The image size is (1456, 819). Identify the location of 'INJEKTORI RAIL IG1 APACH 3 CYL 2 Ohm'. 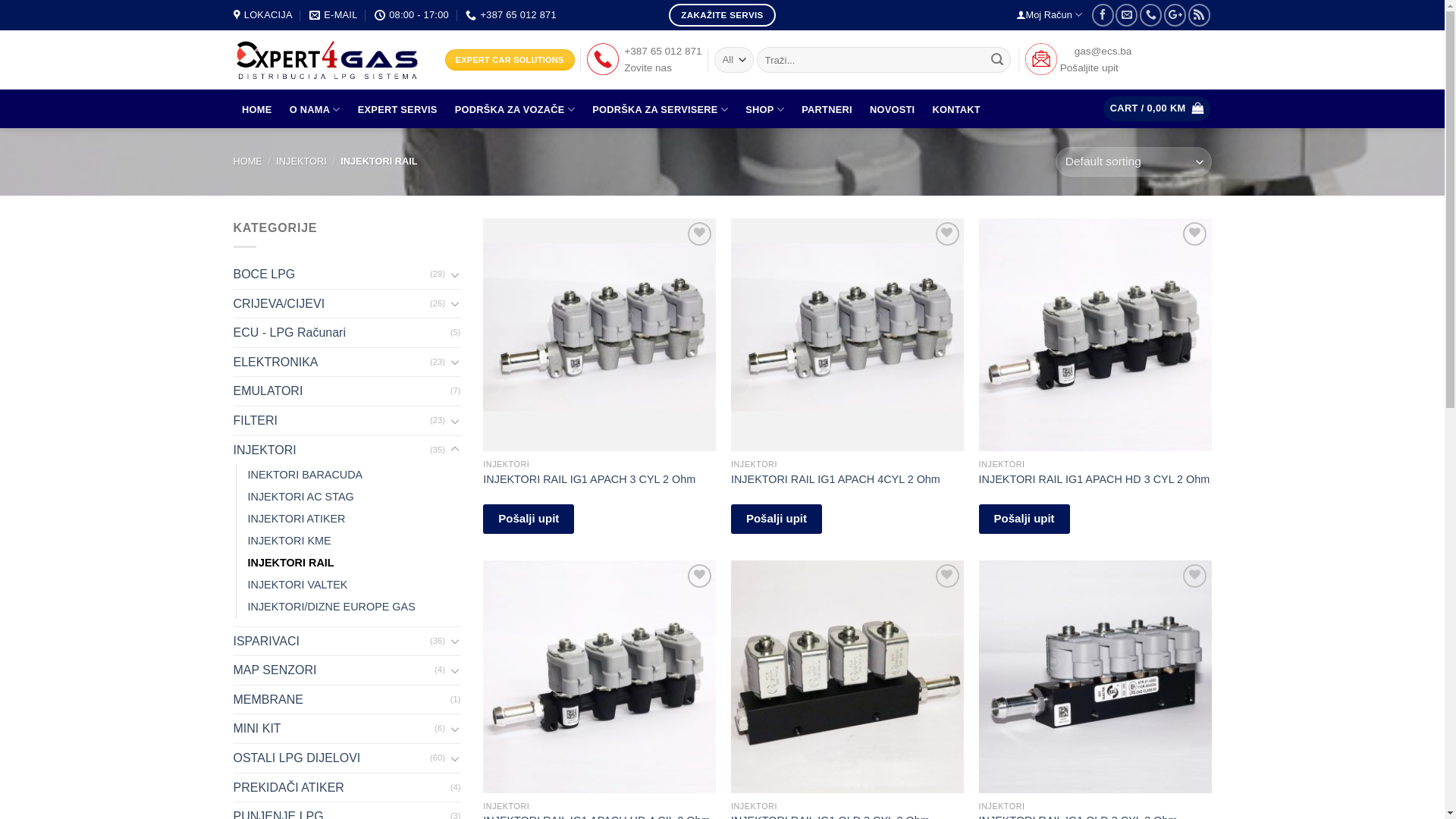
(588, 479).